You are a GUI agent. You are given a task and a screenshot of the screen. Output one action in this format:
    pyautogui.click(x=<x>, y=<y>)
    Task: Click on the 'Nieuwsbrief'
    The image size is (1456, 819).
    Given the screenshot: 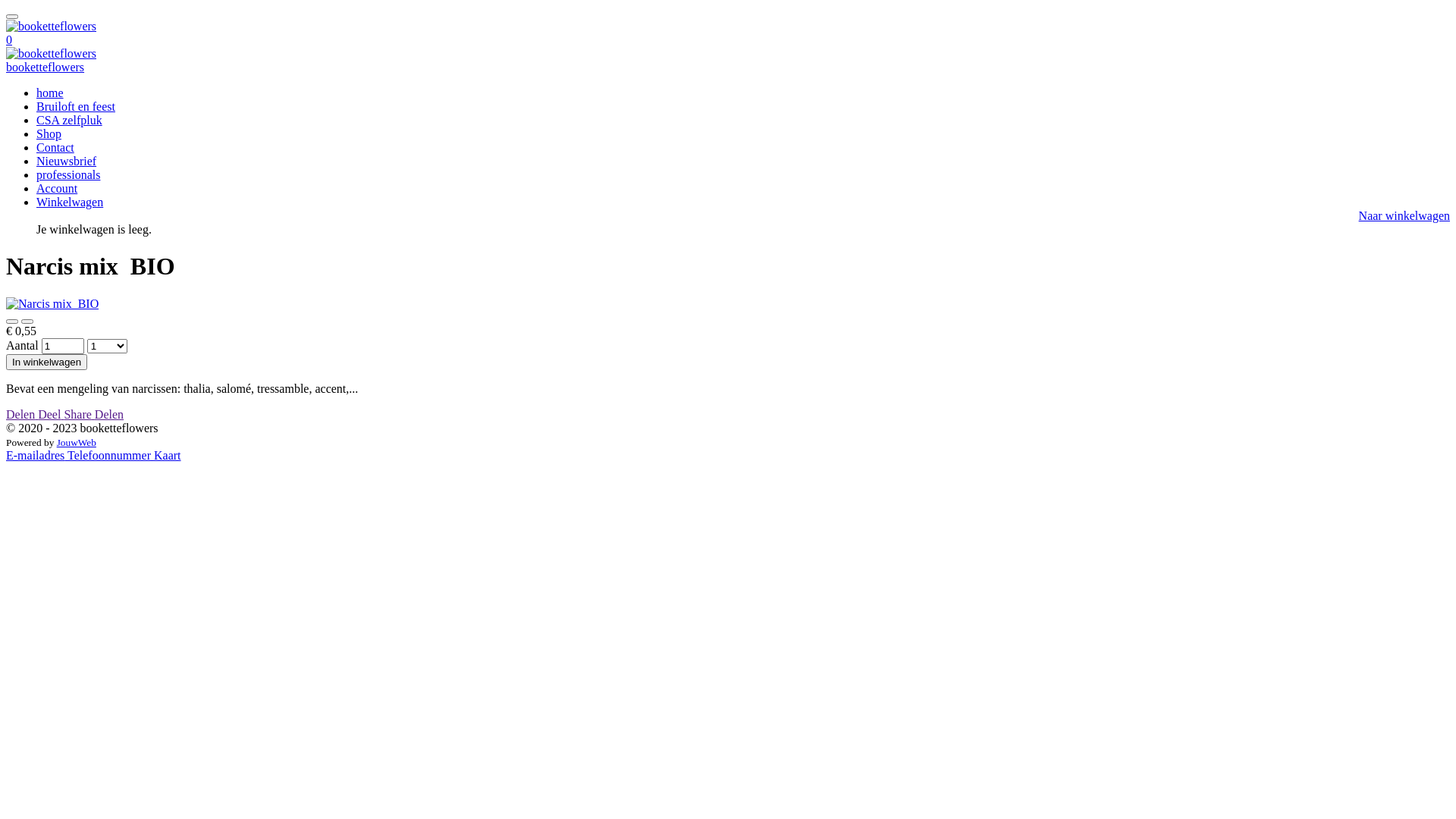 What is the action you would take?
    pyautogui.click(x=36, y=161)
    